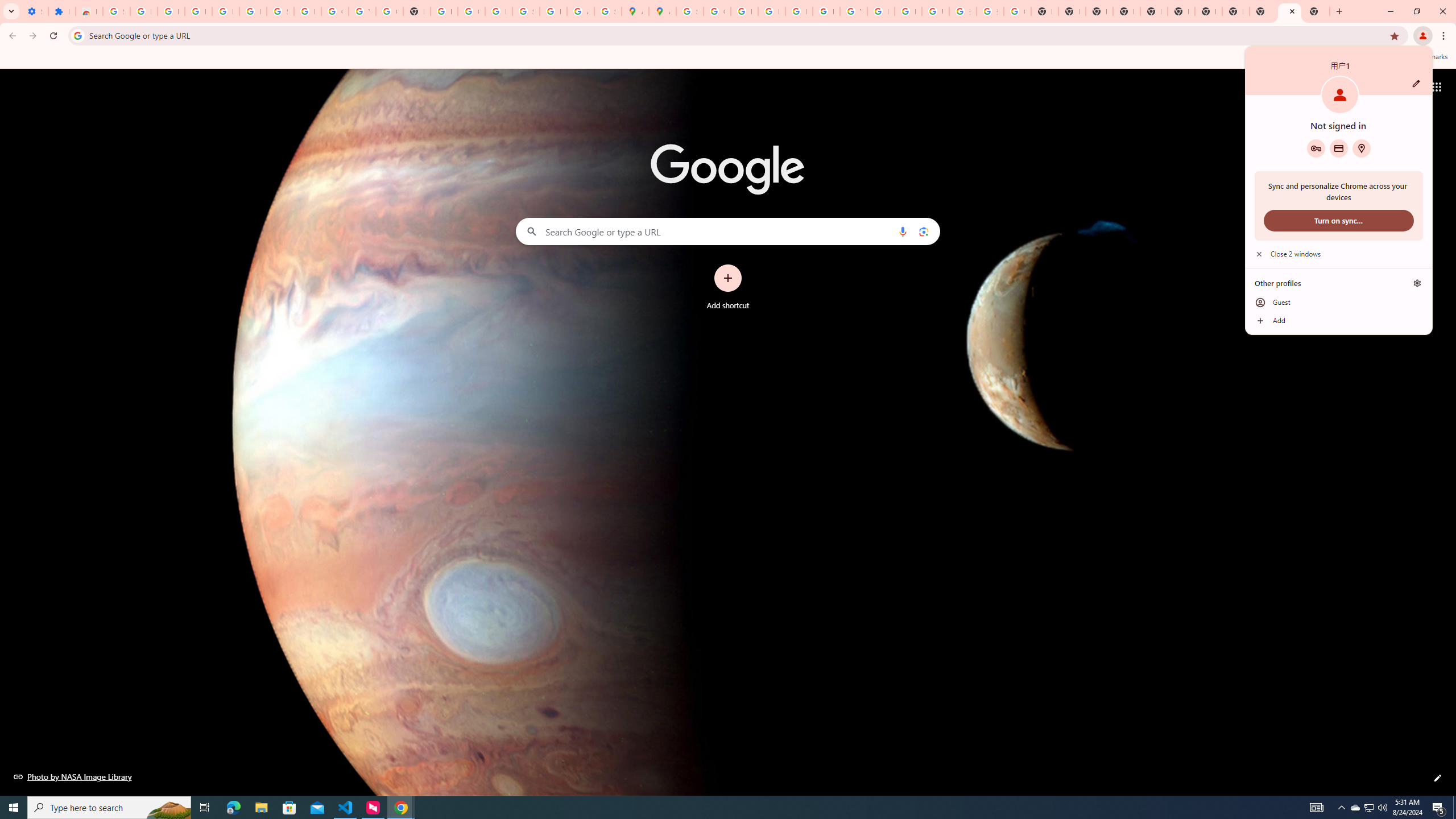  I want to click on 'Reload', so click(53, 35).